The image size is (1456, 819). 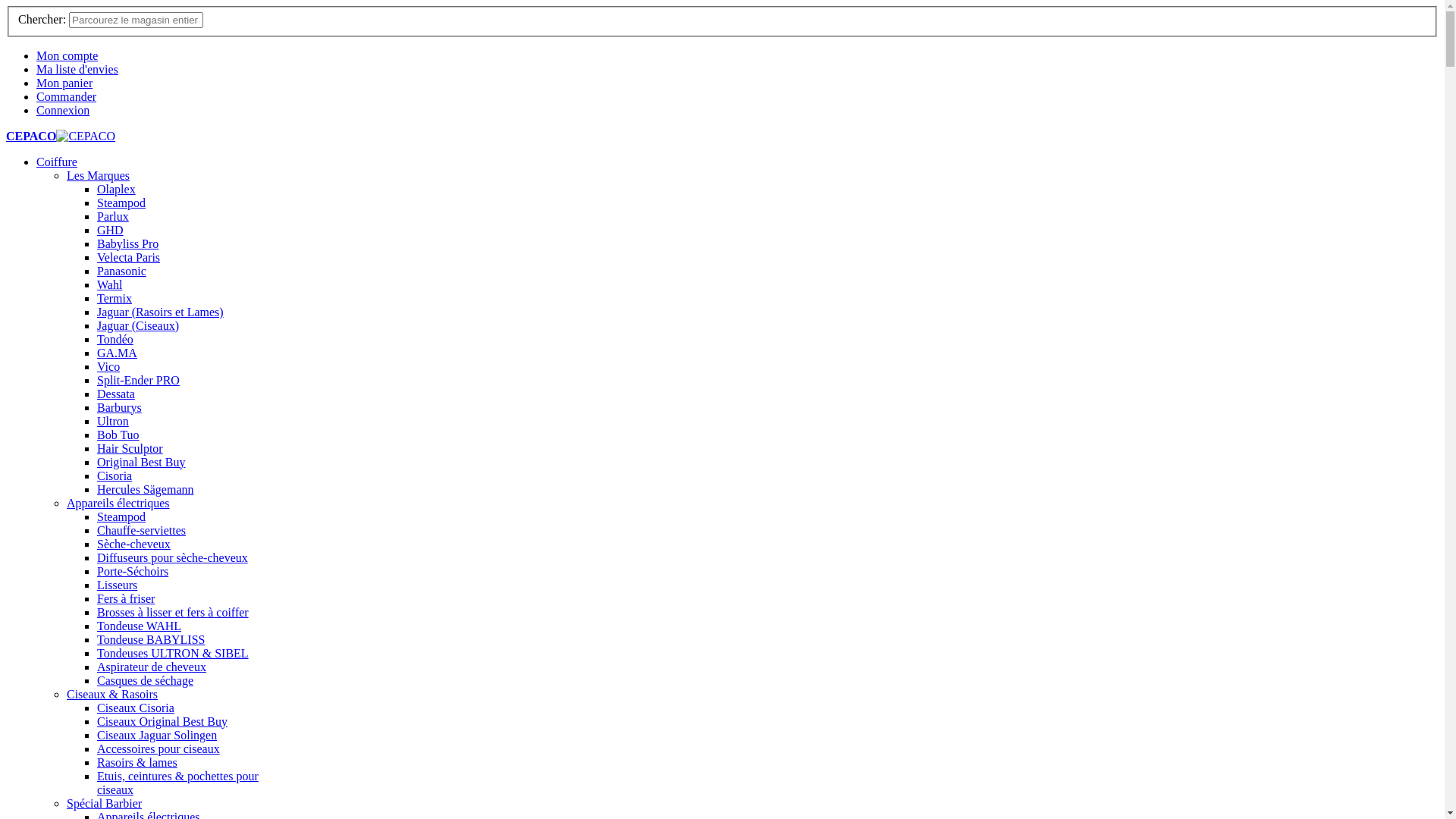 I want to click on 'Original Best Buy', so click(x=141, y=461).